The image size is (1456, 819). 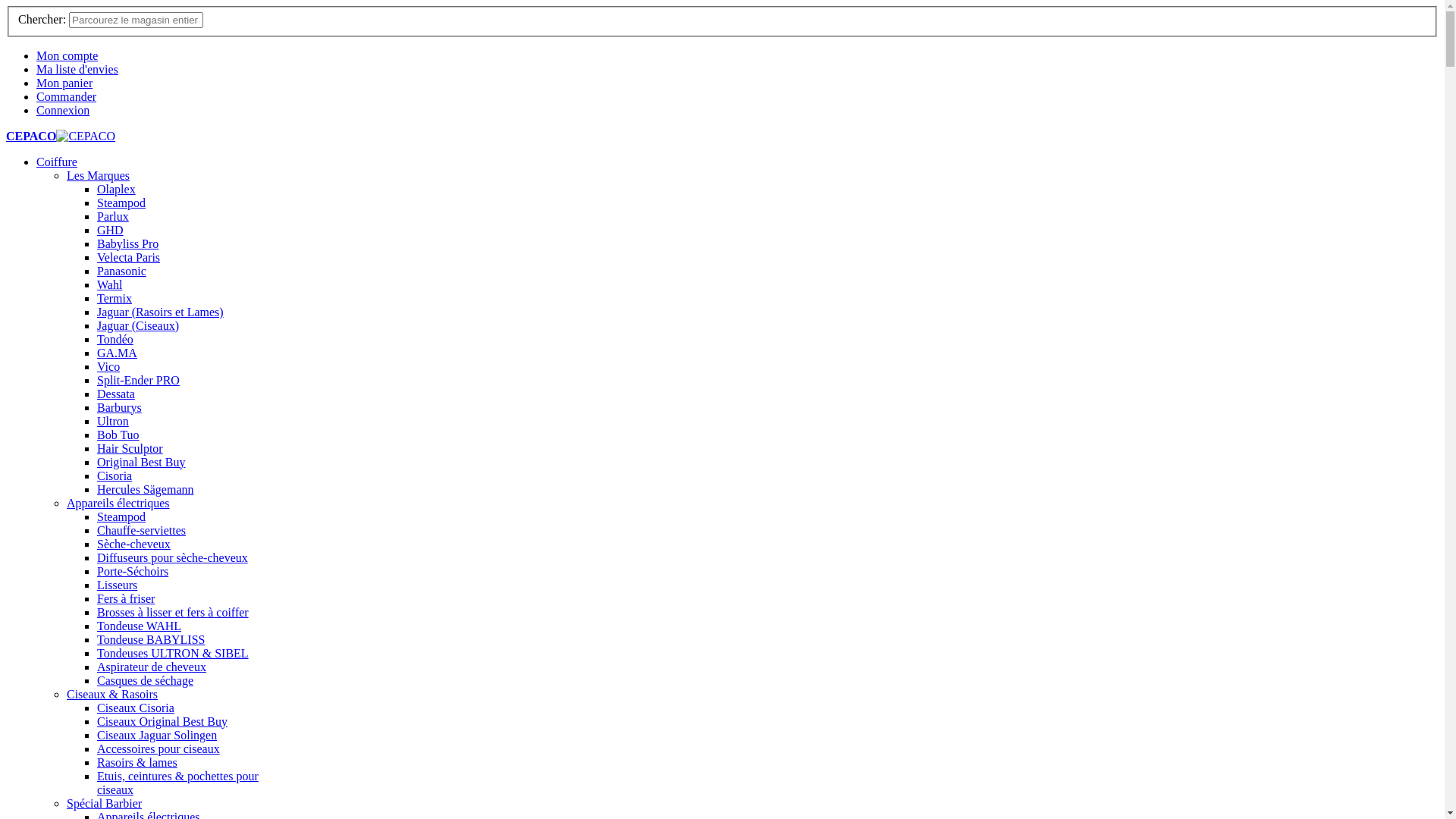 I want to click on 'Original Best Buy', so click(x=141, y=461).